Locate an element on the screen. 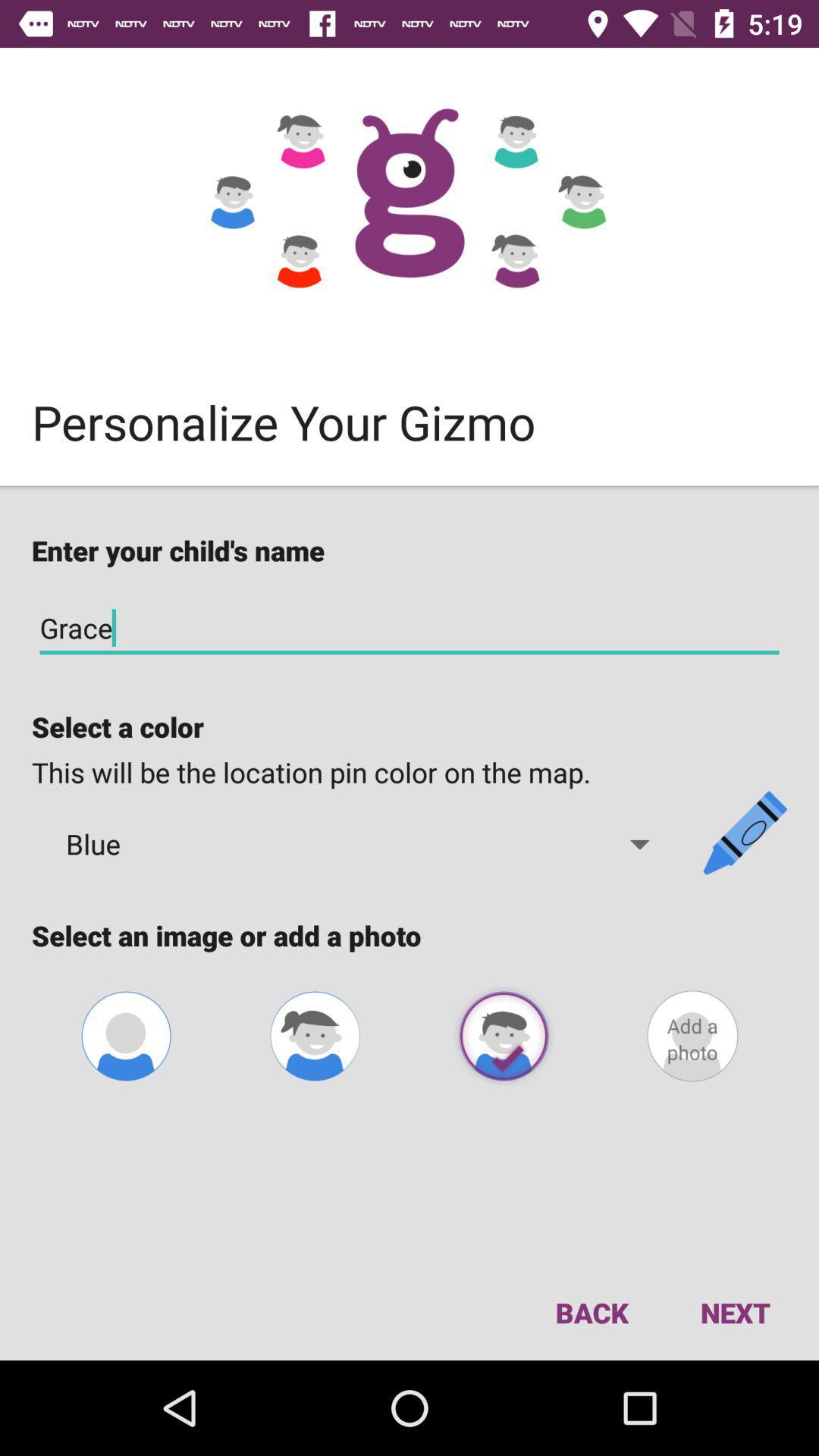 The width and height of the screenshot is (819, 1456). drop down option below select a color option is located at coordinates (359, 843).